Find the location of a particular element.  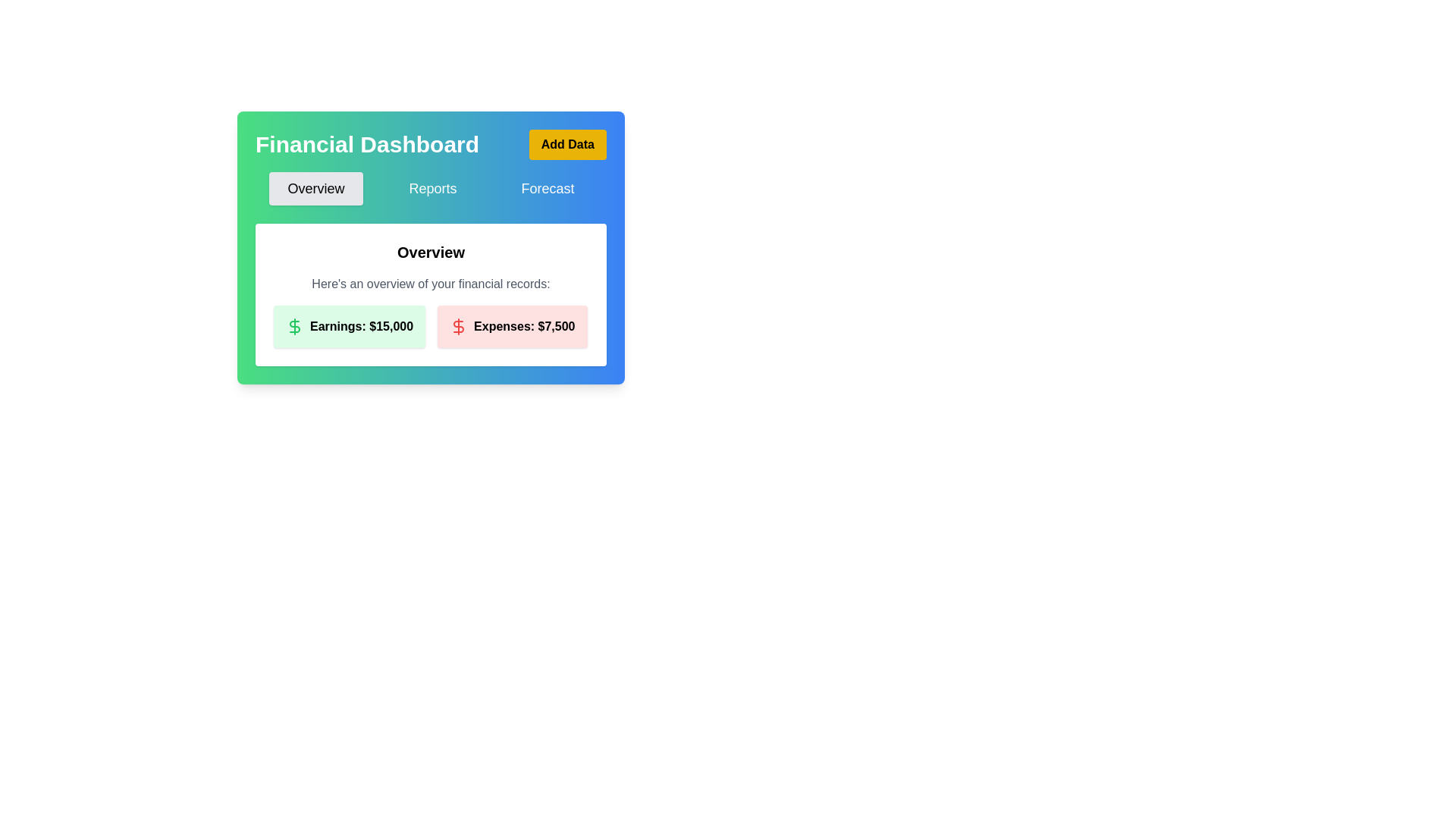

text label that serves as a heading, located within a white rectangular card, specifically the text 'Overview' is located at coordinates (430, 251).